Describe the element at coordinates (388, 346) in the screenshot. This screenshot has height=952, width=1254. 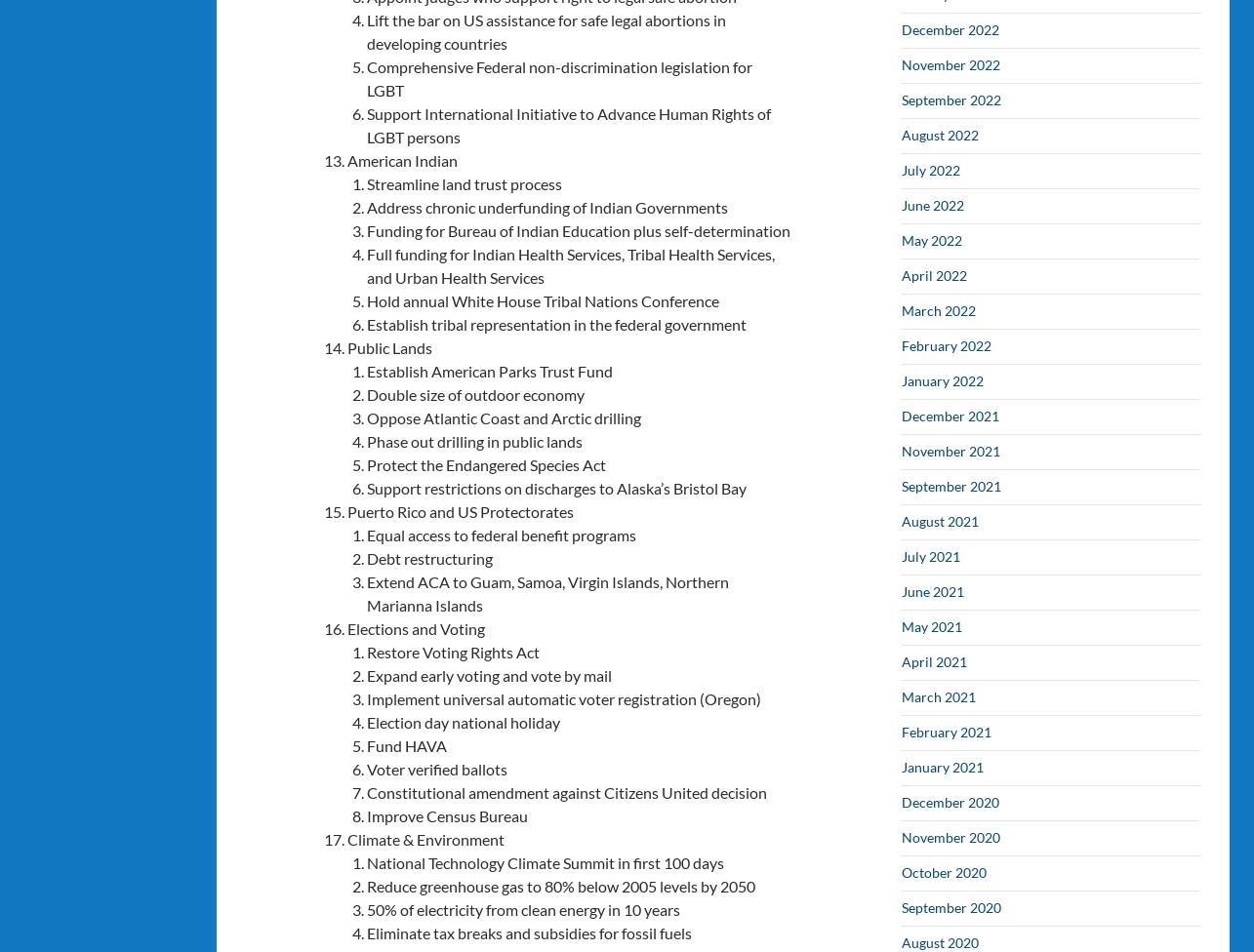
I see `'Public Lands'` at that location.